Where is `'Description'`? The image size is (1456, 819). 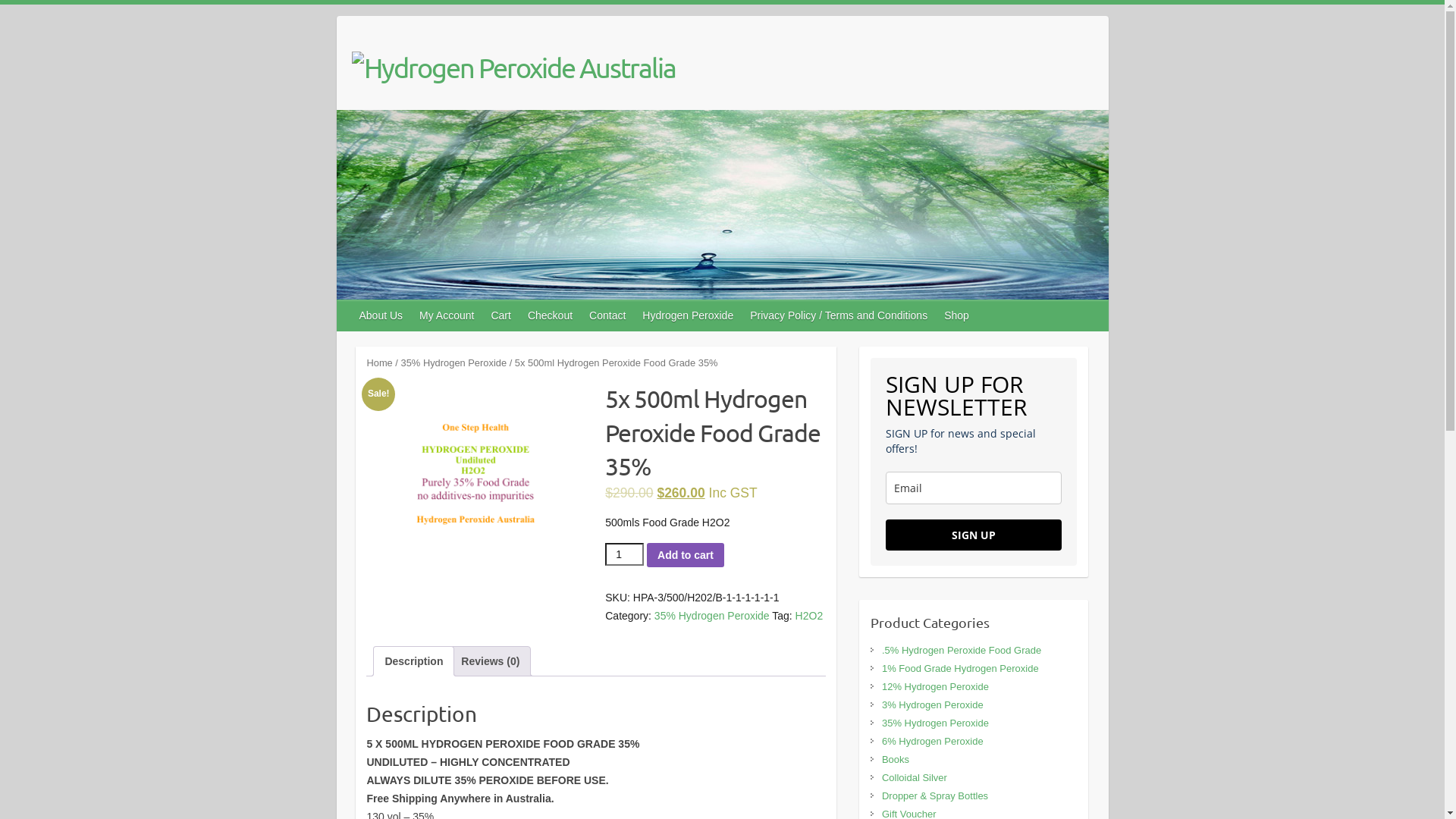 'Description' is located at coordinates (413, 660).